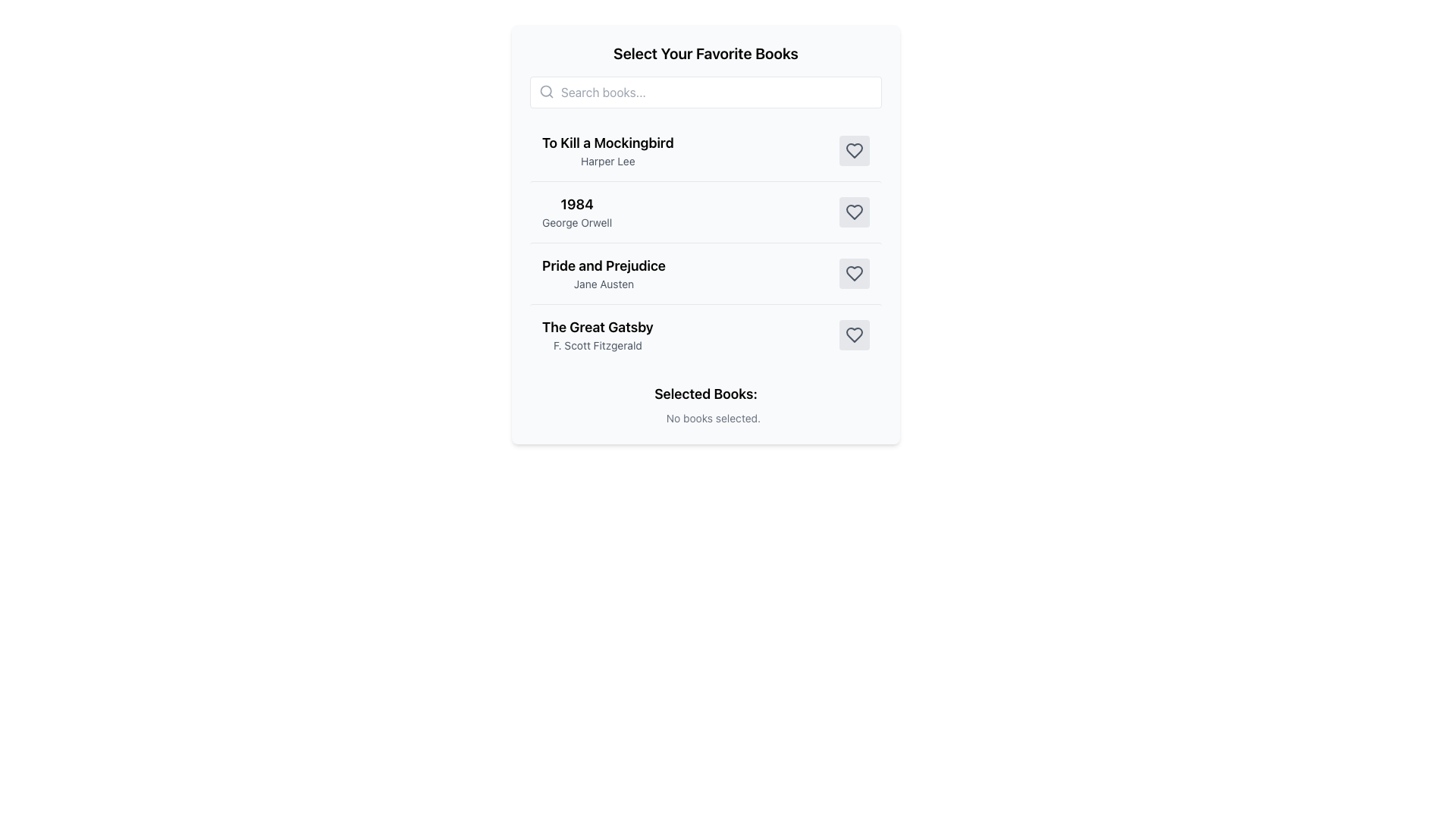 The height and width of the screenshot is (819, 1456). What do you see at coordinates (546, 91) in the screenshot?
I see `the search icon located inside the search bar to the left of the text entry area with the placeholder 'Search books...'` at bounding box center [546, 91].